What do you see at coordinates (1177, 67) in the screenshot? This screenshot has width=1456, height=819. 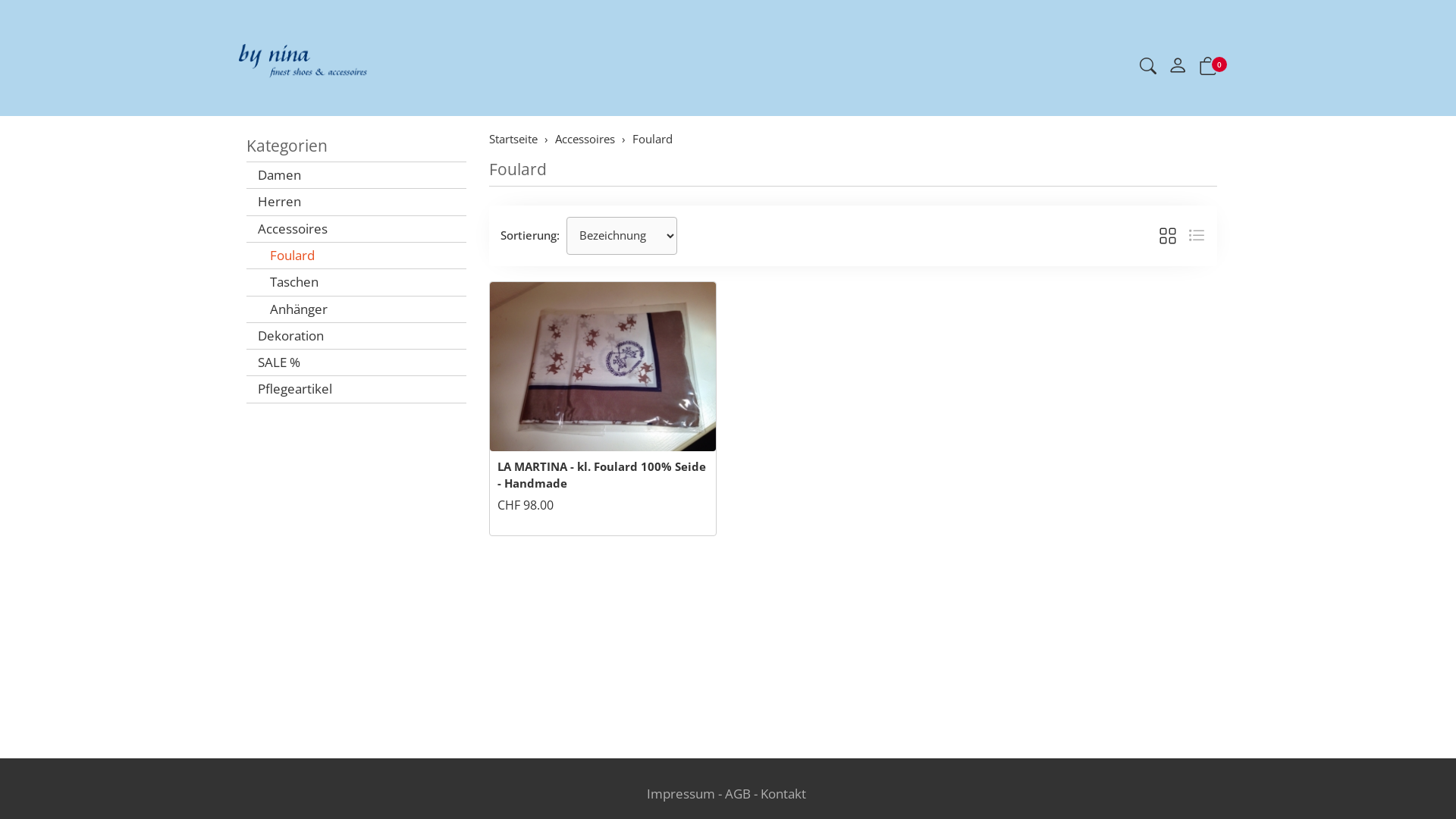 I see `'Mein Konto'` at bounding box center [1177, 67].